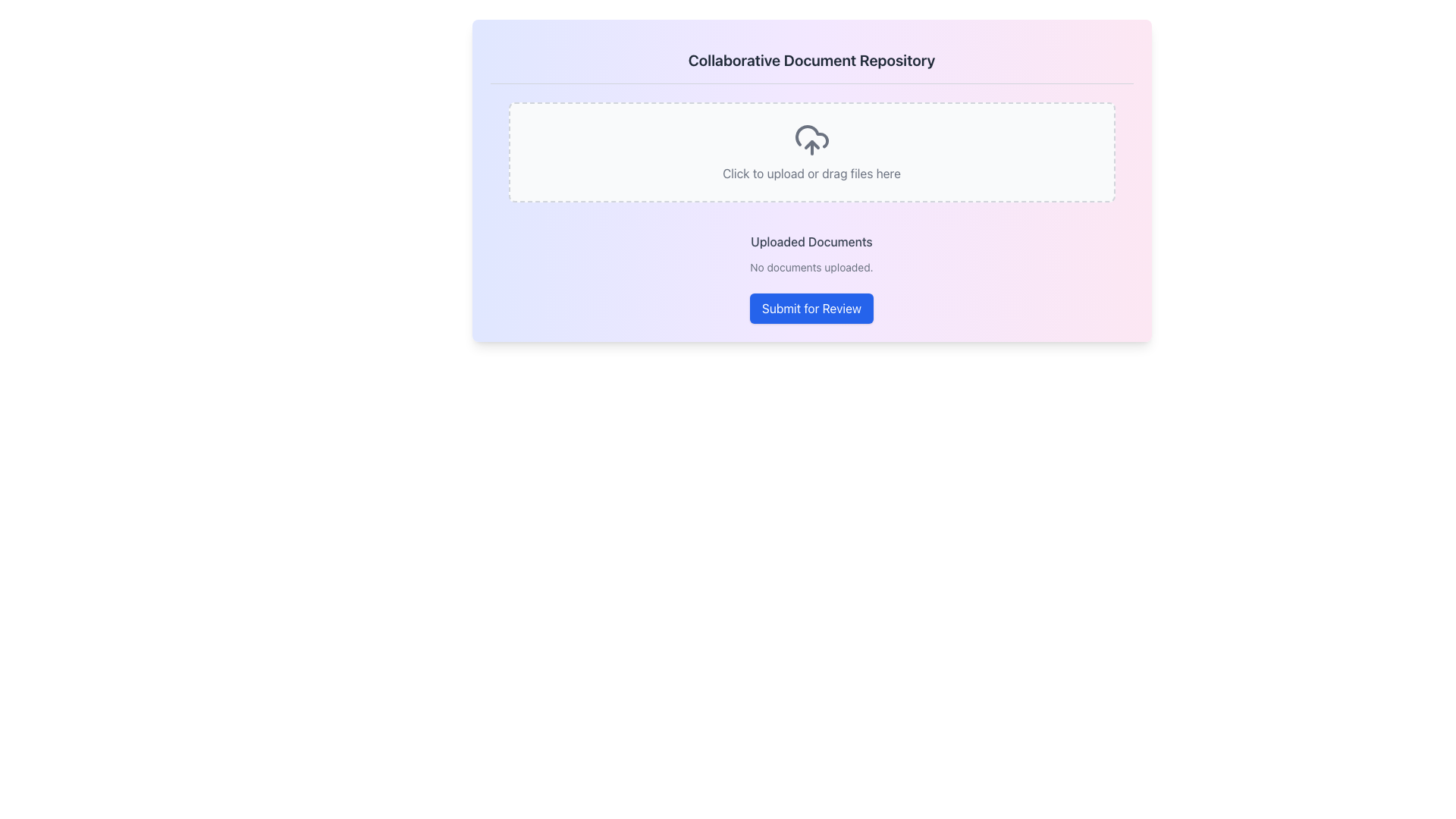 This screenshot has width=1456, height=819. I want to click on the text label that reads 'Uploaded Documents', which is styled with a medium font weight and gray color, located above 'No documents uploaded.' and below the uploading interface area, so click(811, 241).